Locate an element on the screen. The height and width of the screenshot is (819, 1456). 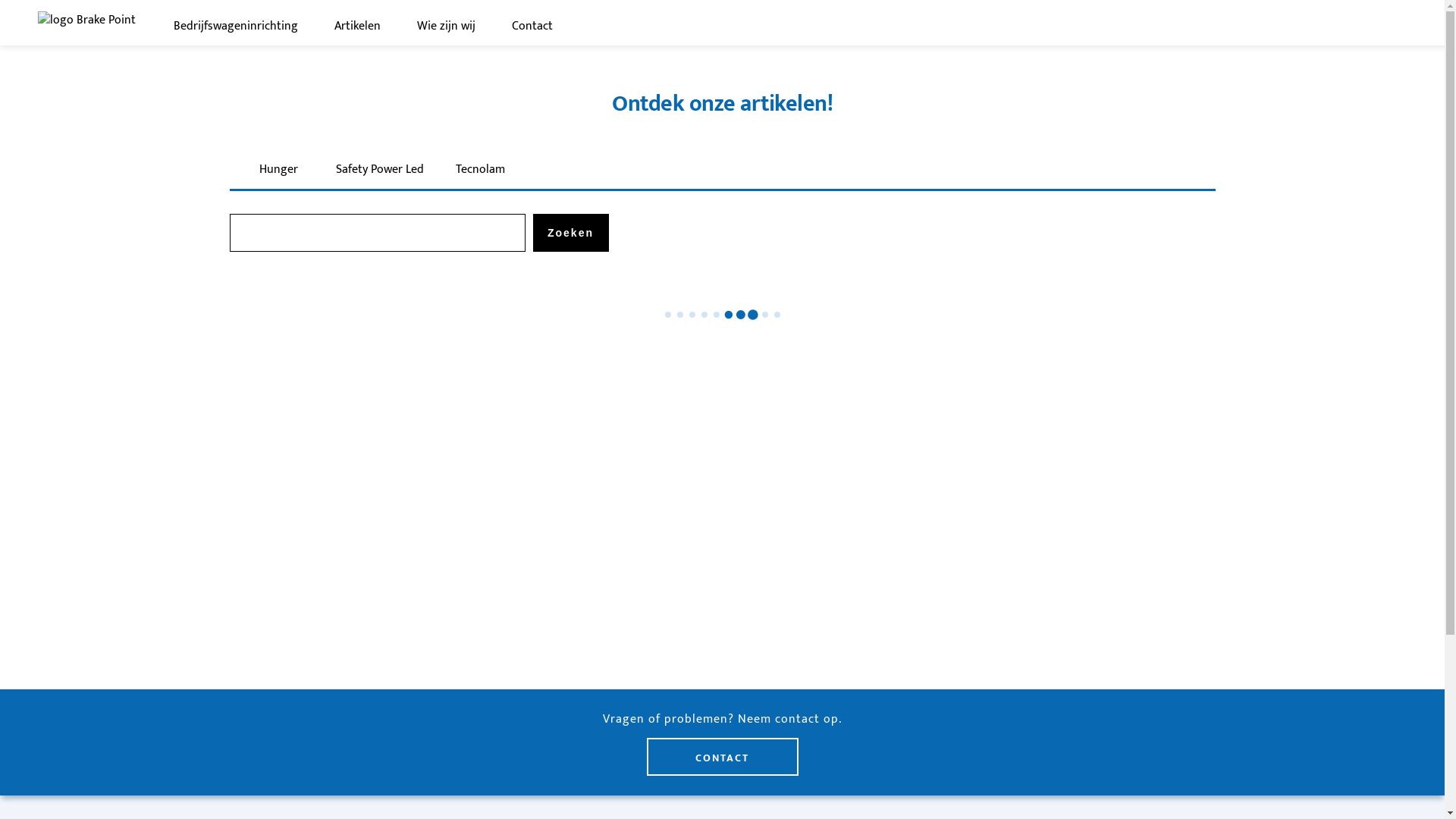
'Wie zijn wij' is located at coordinates (417, 26).